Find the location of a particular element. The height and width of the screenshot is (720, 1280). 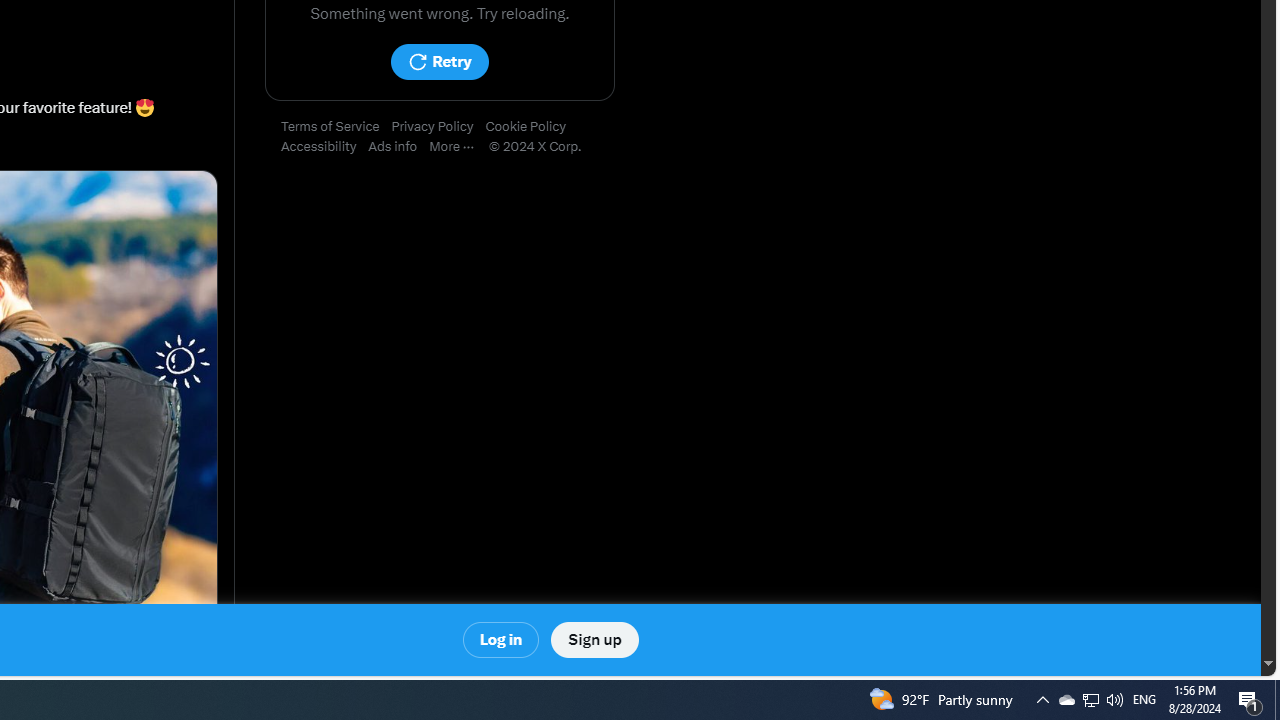

'Sign up' is located at coordinates (593, 640).